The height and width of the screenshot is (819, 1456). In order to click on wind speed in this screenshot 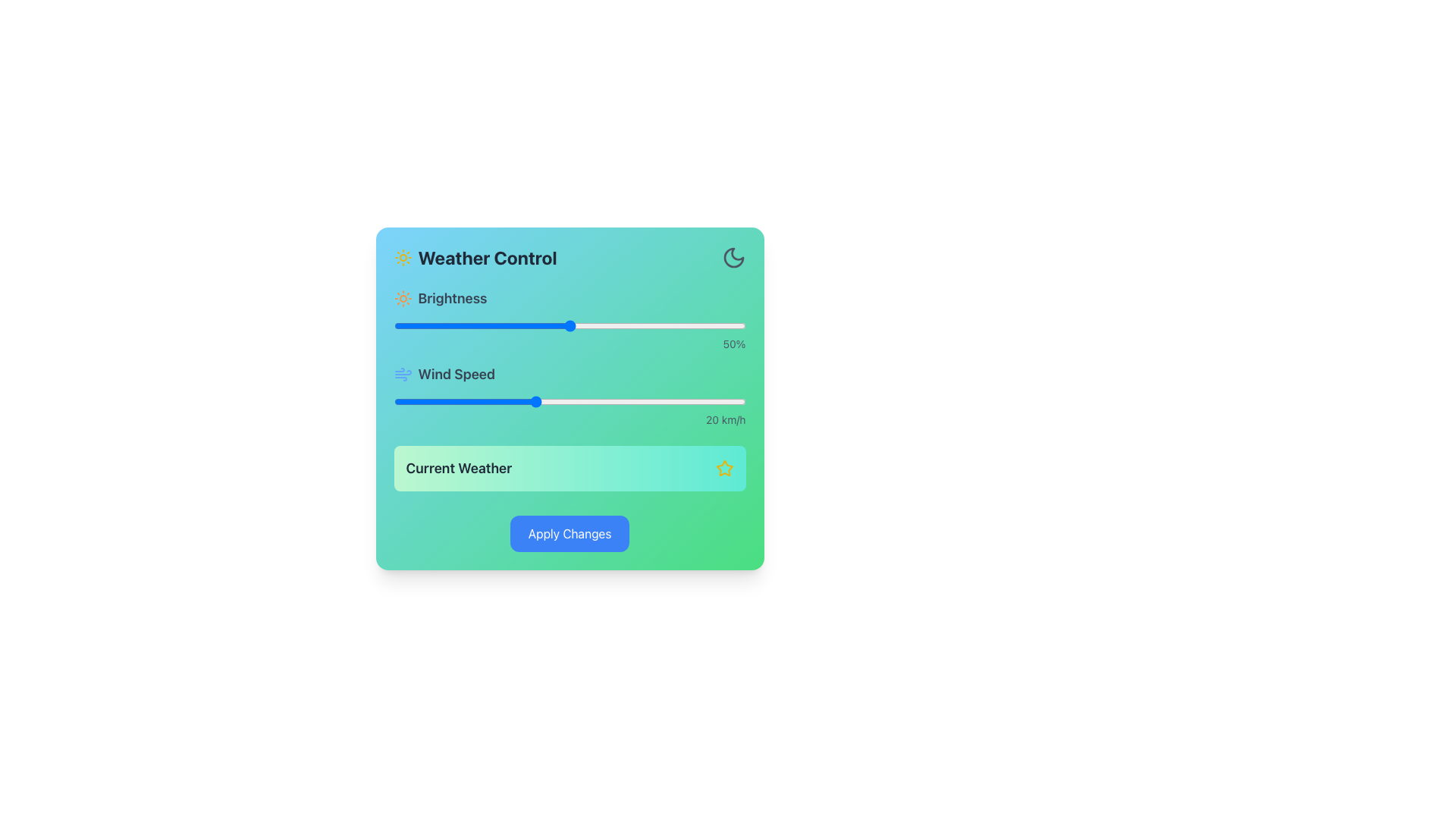, I will do `click(422, 400)`.